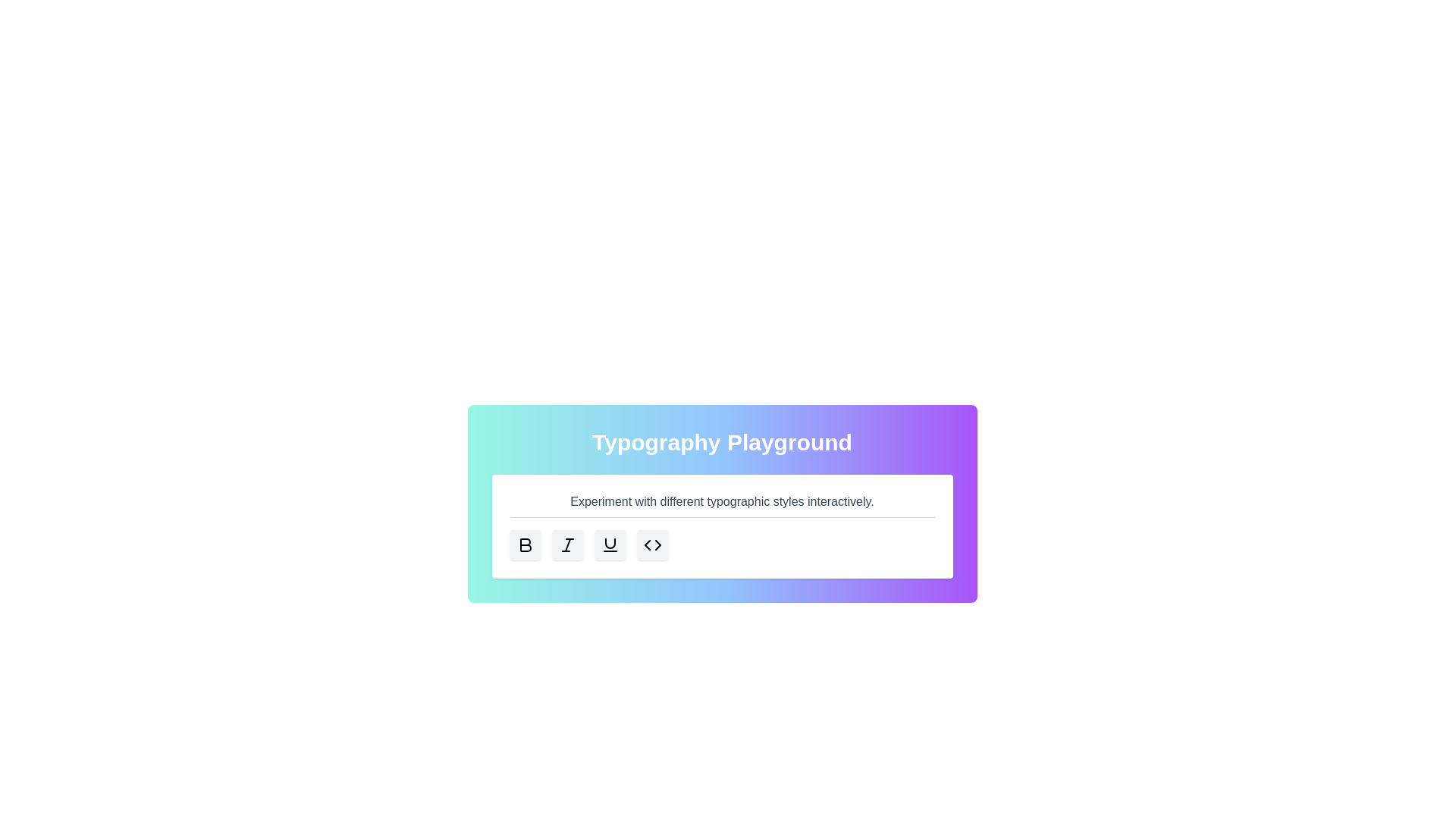 The image size is (1456, 819). I want to click on the bold text formatting button, which is the leftmost button in the row within the 'Typography Playground' card, so click(525, 544).